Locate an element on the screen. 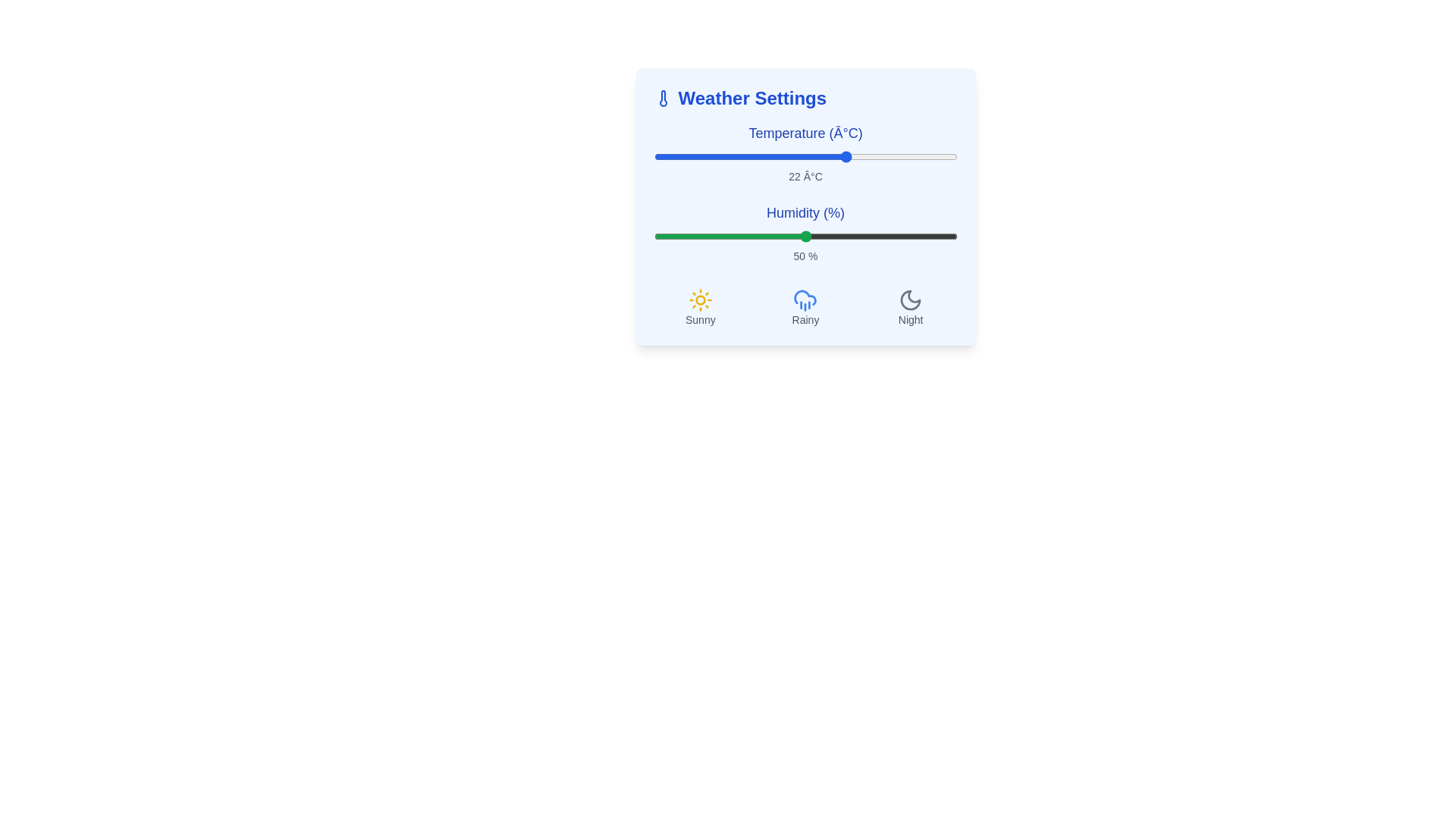 The image size is (1456, 819). the temperature is located at coordinates (757, 157).